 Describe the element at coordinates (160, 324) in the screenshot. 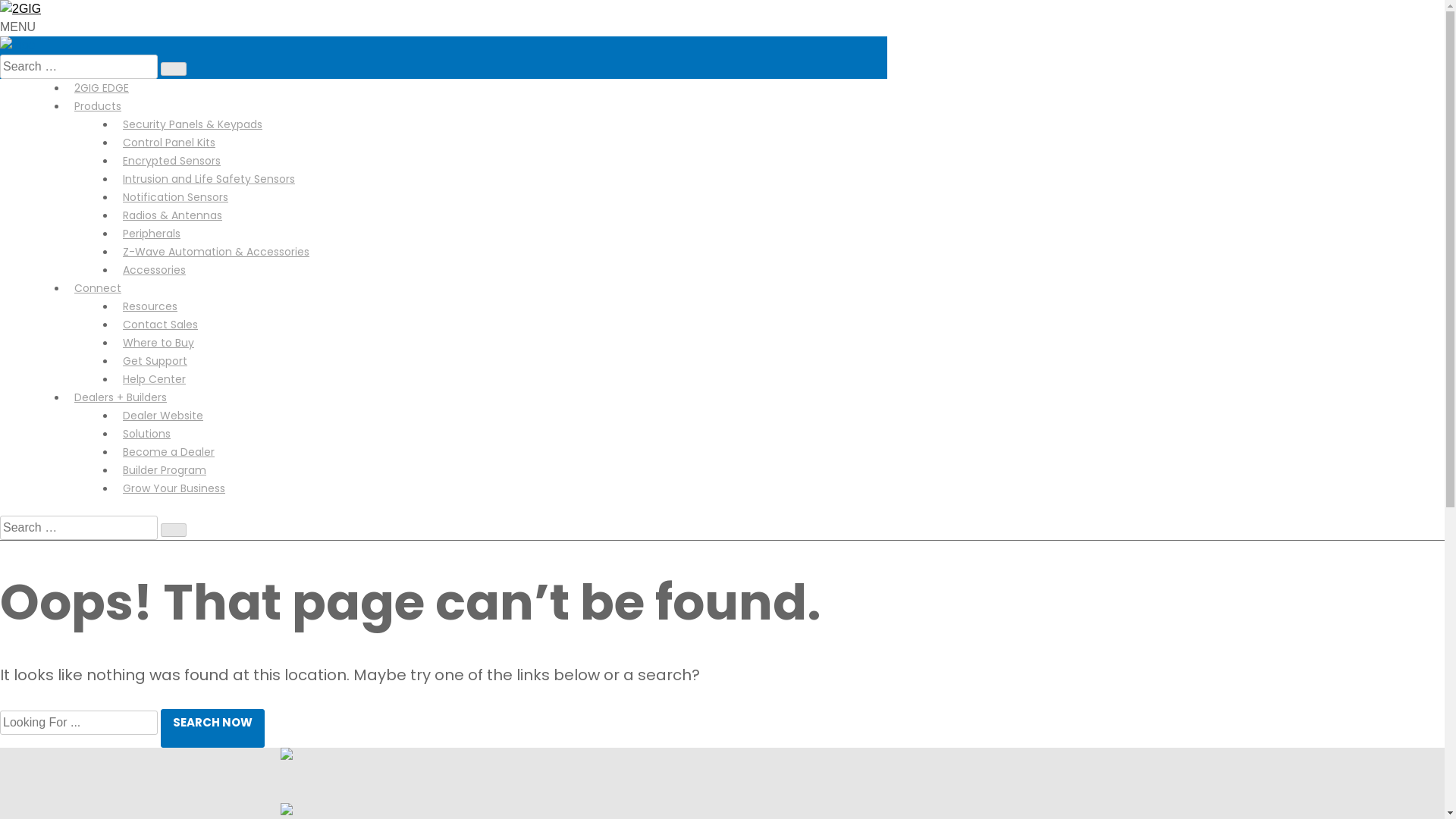

I see `'Contact Sales'` at that location.